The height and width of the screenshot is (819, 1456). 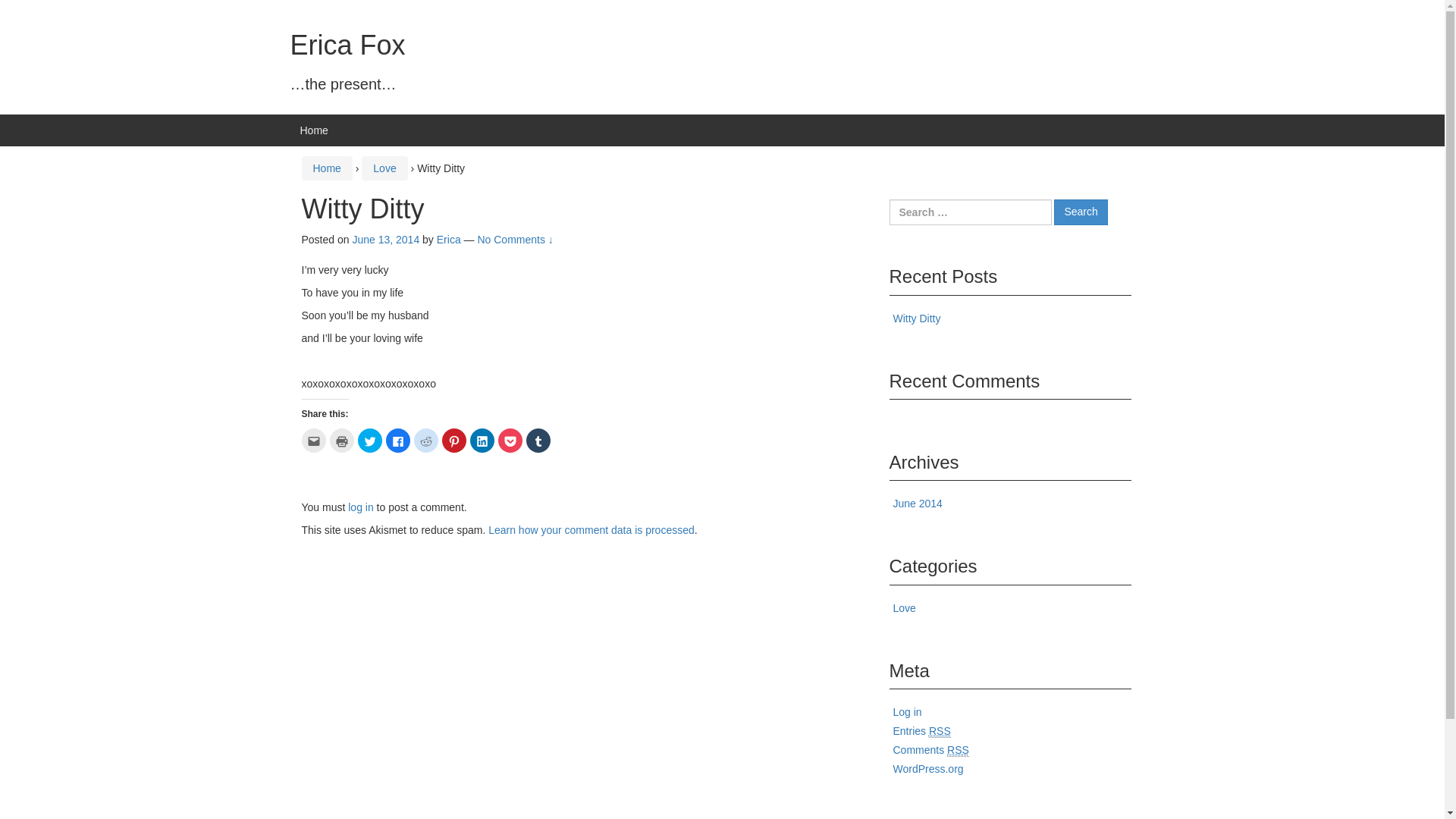 What do you see at coordinates (538, 441) in the screenshot?
I see `'Click to share on Tumblr (Opens in new window)'` at bounding box center [538, 441].